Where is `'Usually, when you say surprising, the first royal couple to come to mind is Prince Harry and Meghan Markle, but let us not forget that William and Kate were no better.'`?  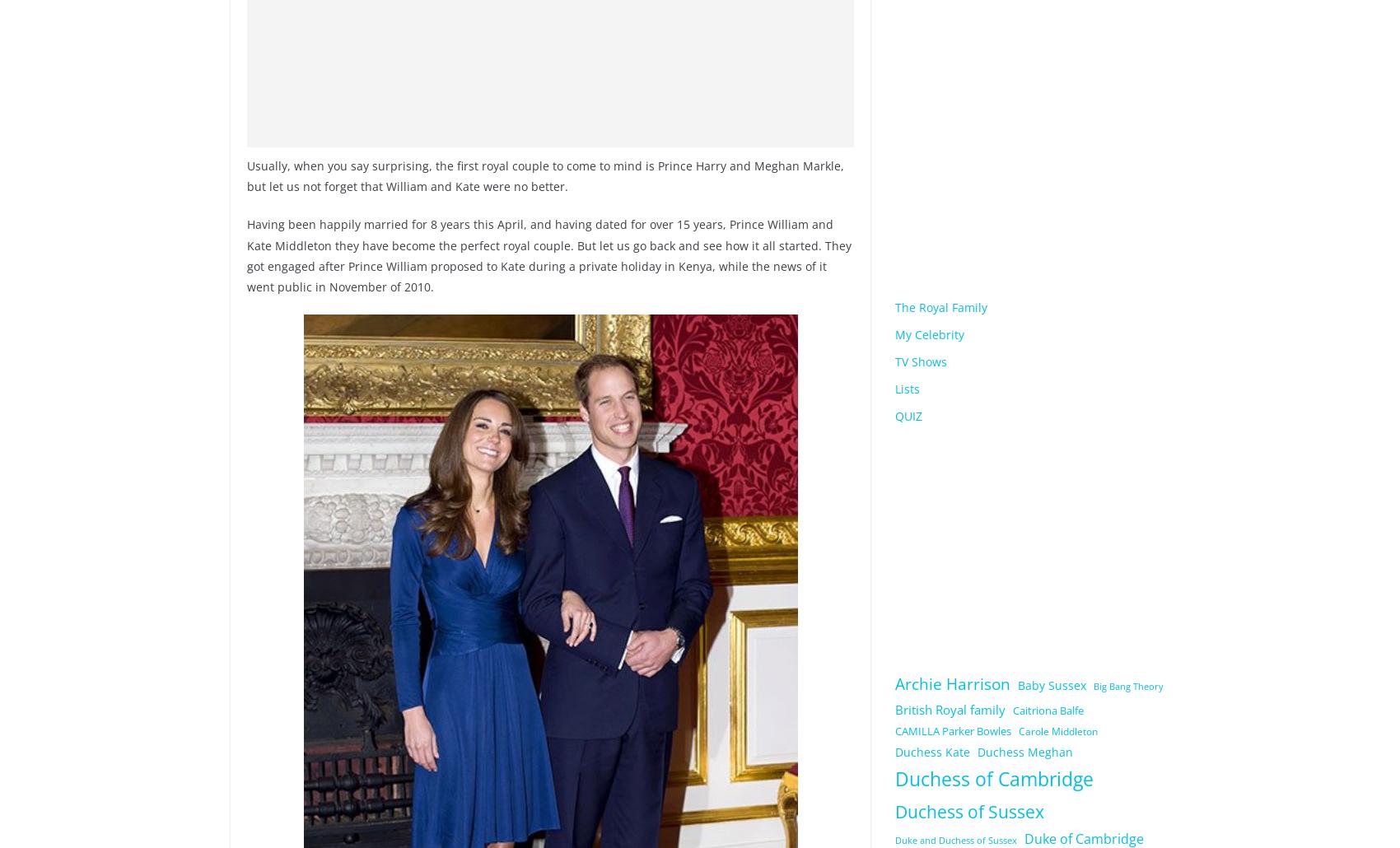 'Usually, when you say surprising, the first royal couple to come to mind is Prince Harry and Meghan Markle, but let us not forget that William and Kate were no better.' is located at coordinates (247, 175).